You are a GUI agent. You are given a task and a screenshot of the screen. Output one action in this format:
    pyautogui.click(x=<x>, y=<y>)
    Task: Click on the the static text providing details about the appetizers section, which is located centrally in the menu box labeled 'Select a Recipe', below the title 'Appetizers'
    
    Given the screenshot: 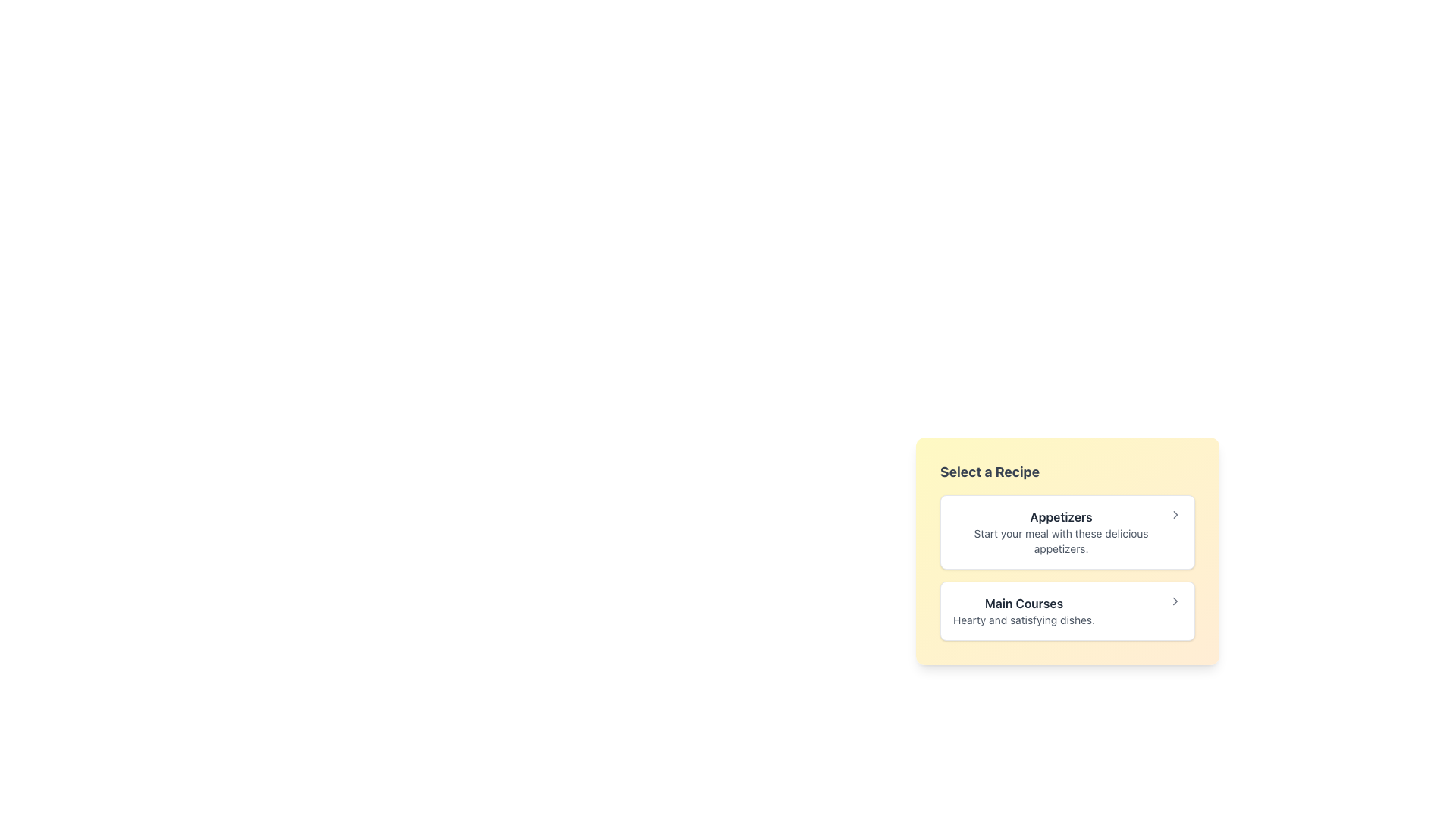 What is the action you would take?
    pyautogui.click(x=1060, y=540)
    